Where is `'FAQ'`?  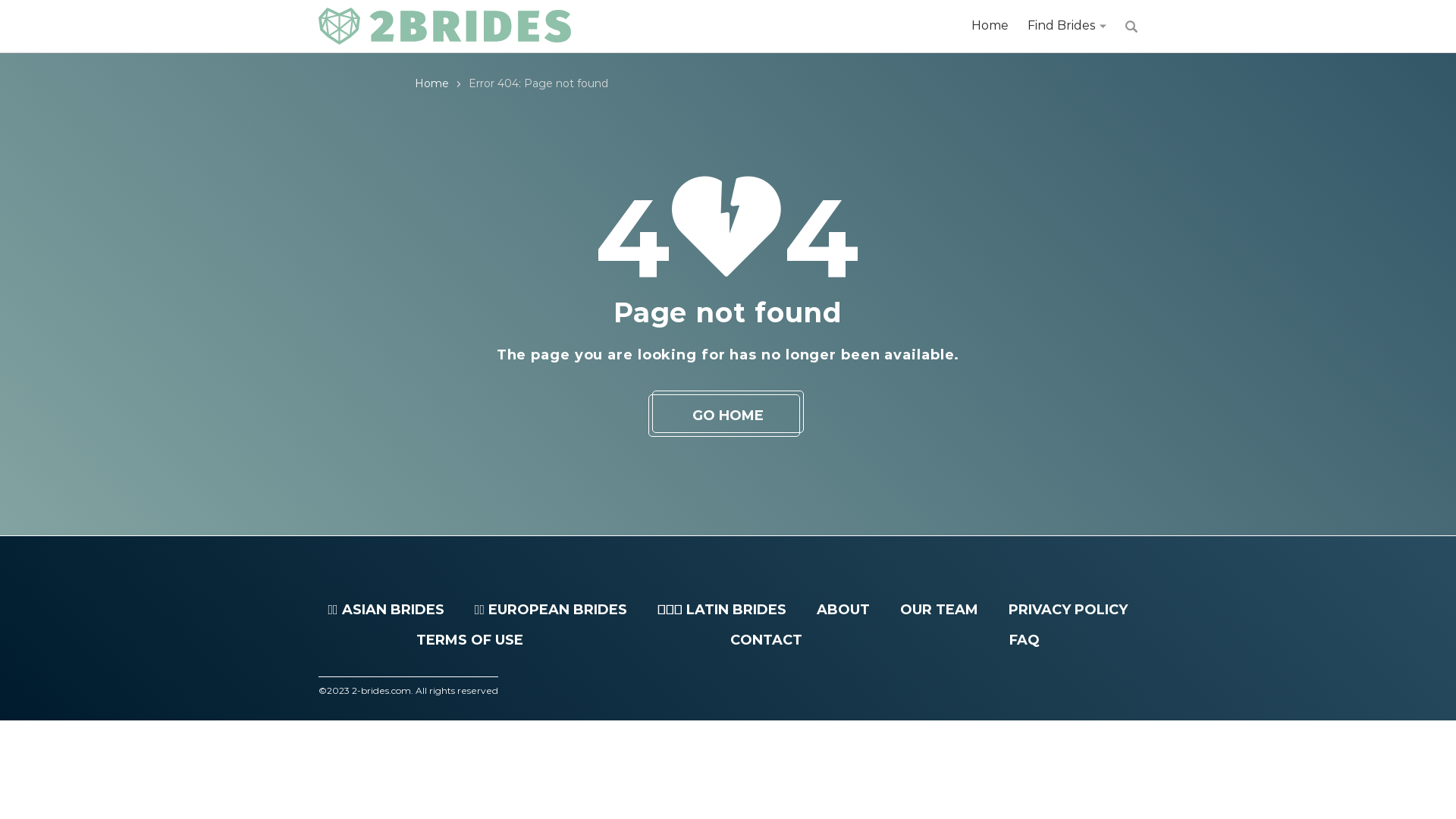
'FAQ' is located at coordinates (1024, 640).